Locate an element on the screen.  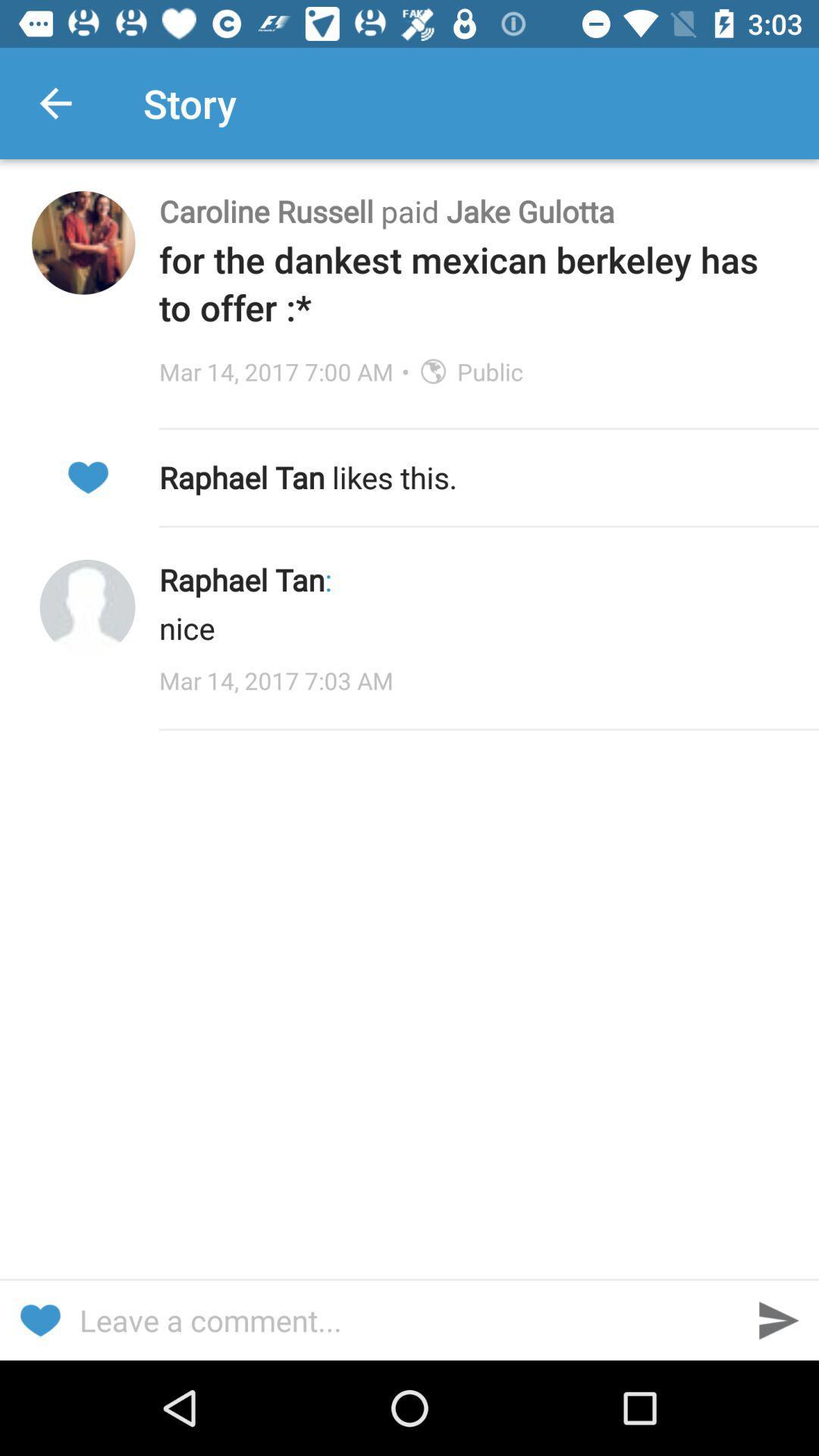
comments is located at coordinates (409, 1319).